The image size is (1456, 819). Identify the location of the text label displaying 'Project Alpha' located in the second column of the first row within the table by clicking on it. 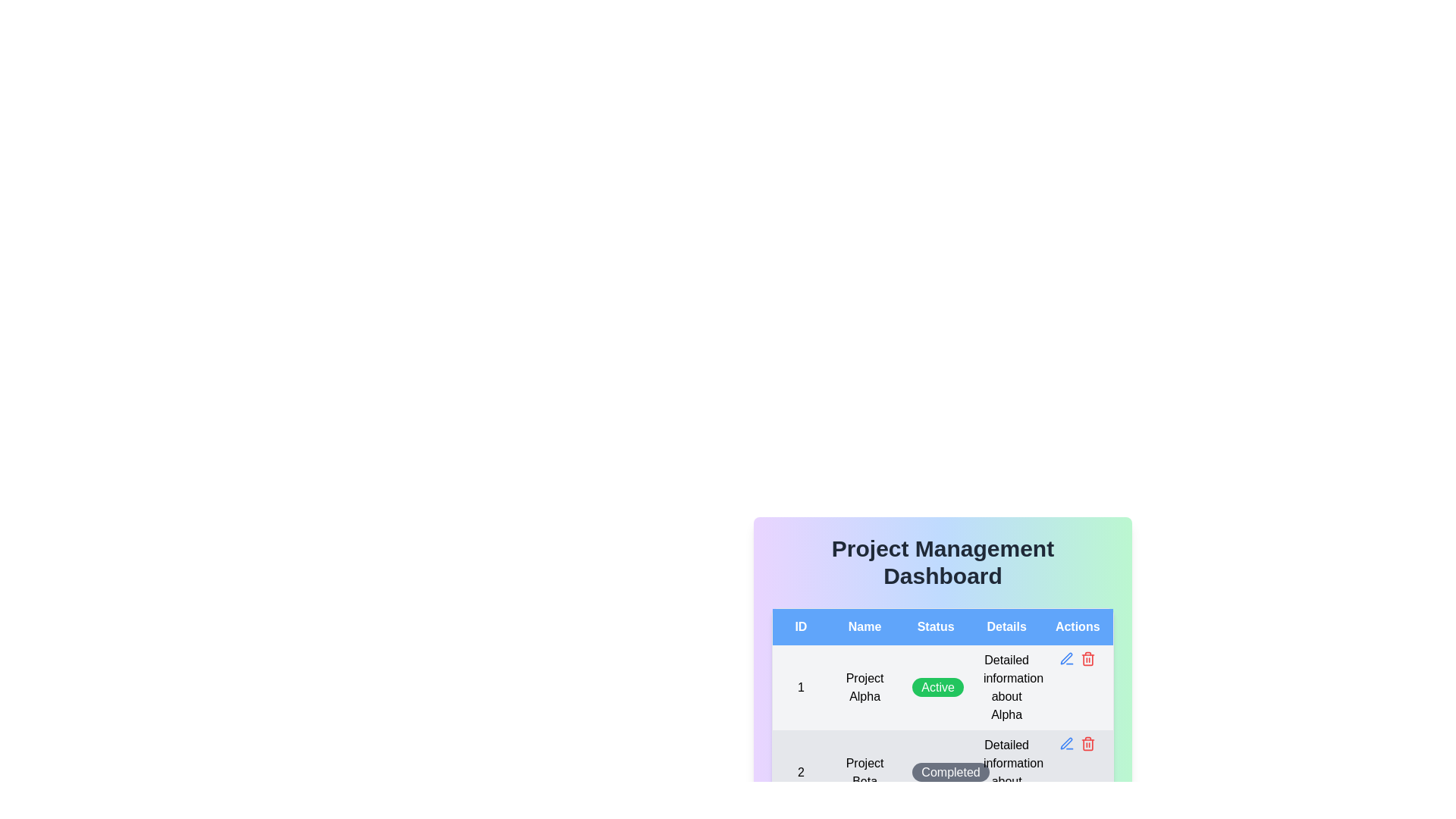
(864, 687).